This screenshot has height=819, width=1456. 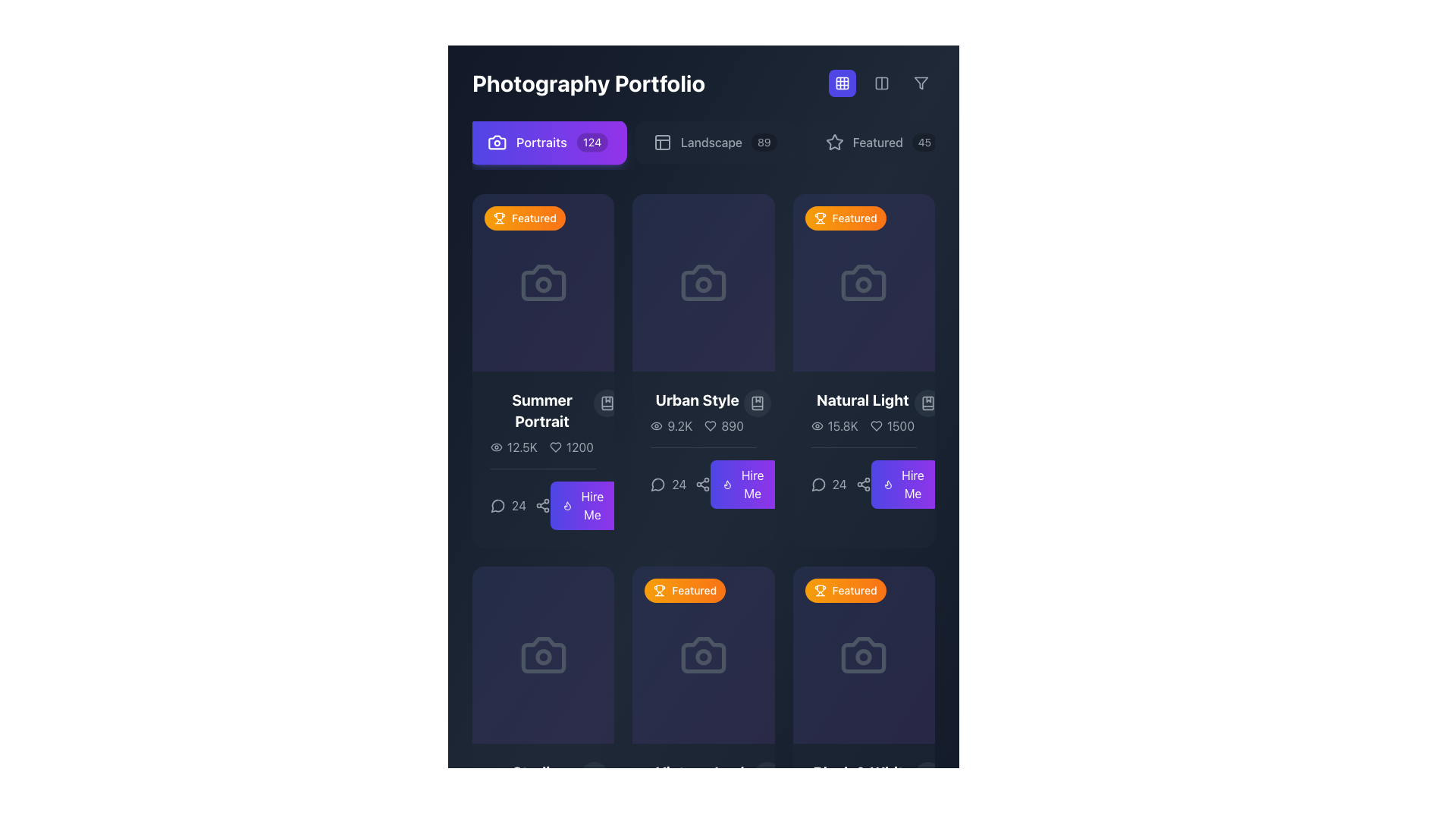 What do you see at coordinates (710, 426) in the screenshot?
I see `the heart-shaped icon located to the left of the text '890' in the second card of the top row to like or favorite the associated content` at bounding box center [710, 426].